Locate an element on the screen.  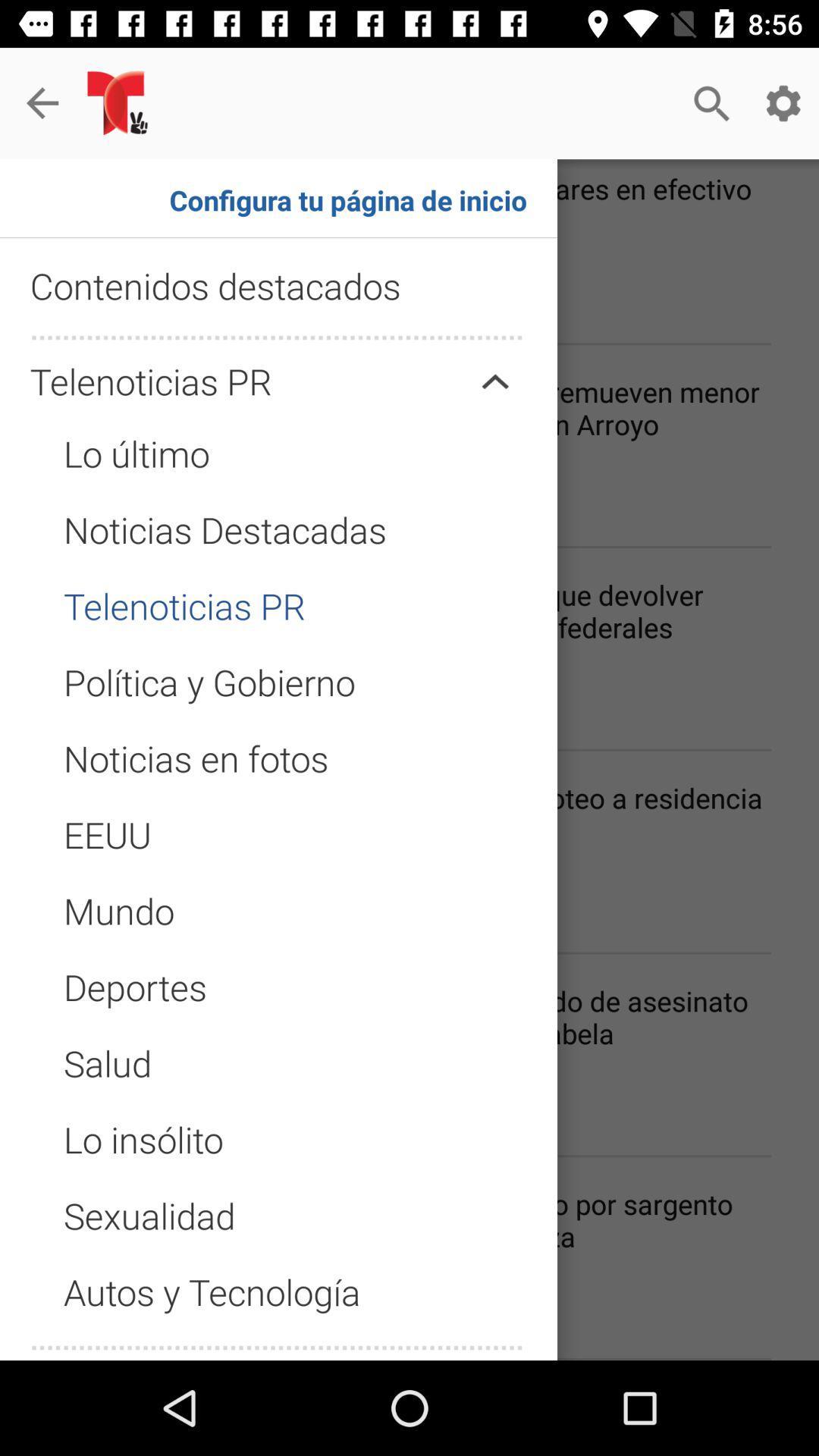
the image which is at the top left corner is located at coordinates (120, 102).